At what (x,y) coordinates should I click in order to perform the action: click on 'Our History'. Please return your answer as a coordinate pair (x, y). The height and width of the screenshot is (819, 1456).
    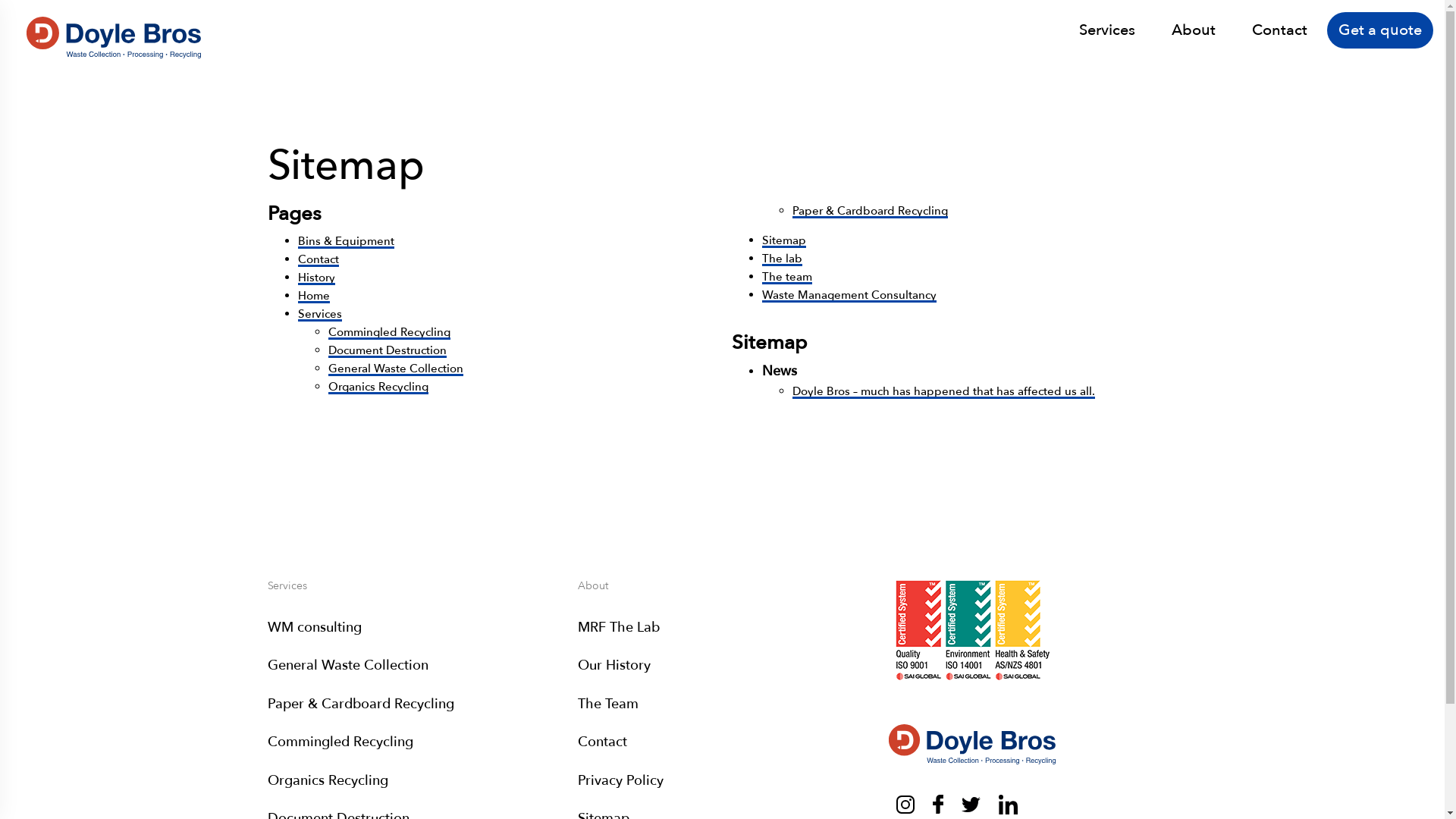
    Looking at the image, I should click on (614, 664).